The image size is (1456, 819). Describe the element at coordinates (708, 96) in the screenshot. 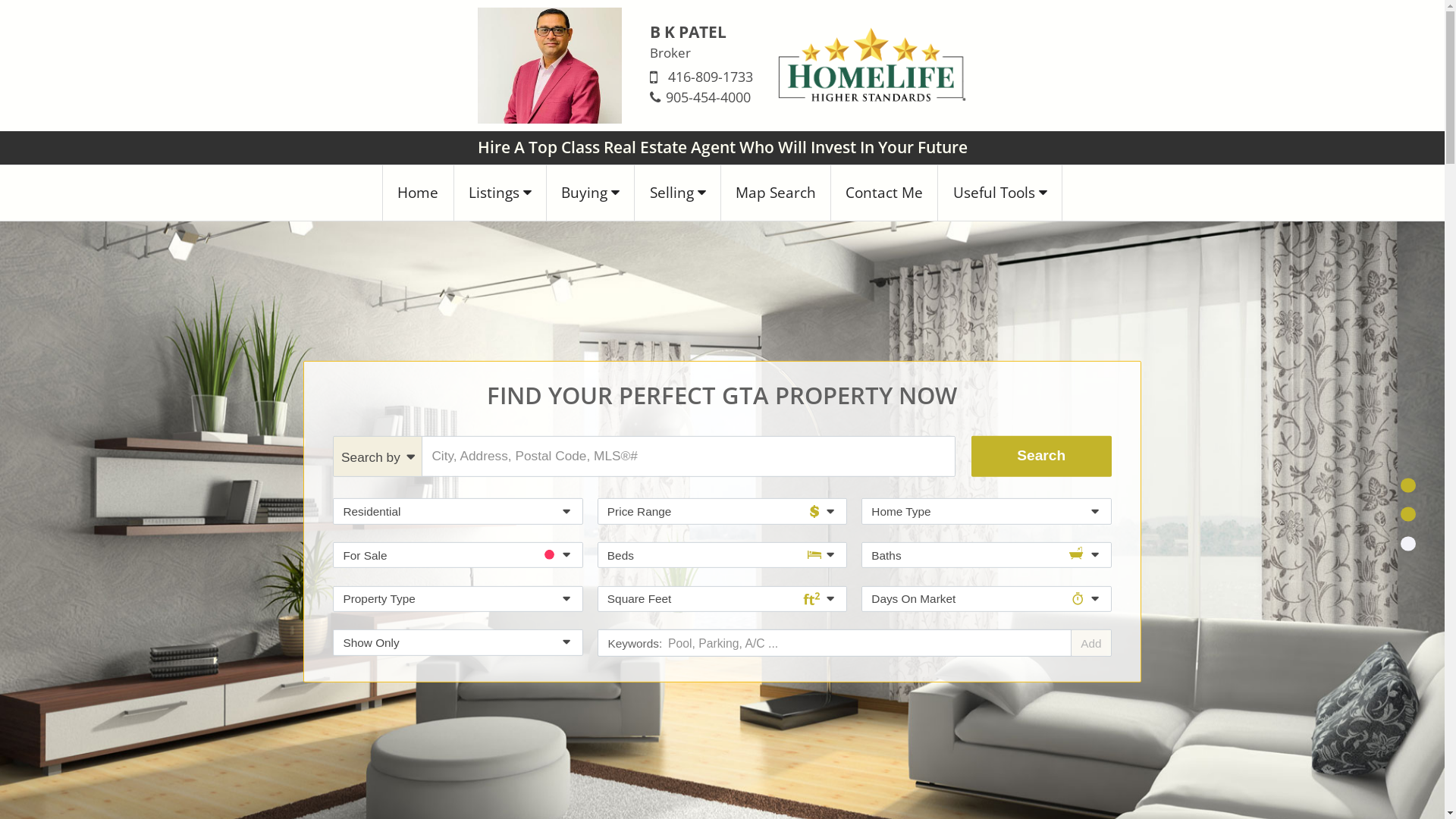

I see `'905-454-4000'` at that location.